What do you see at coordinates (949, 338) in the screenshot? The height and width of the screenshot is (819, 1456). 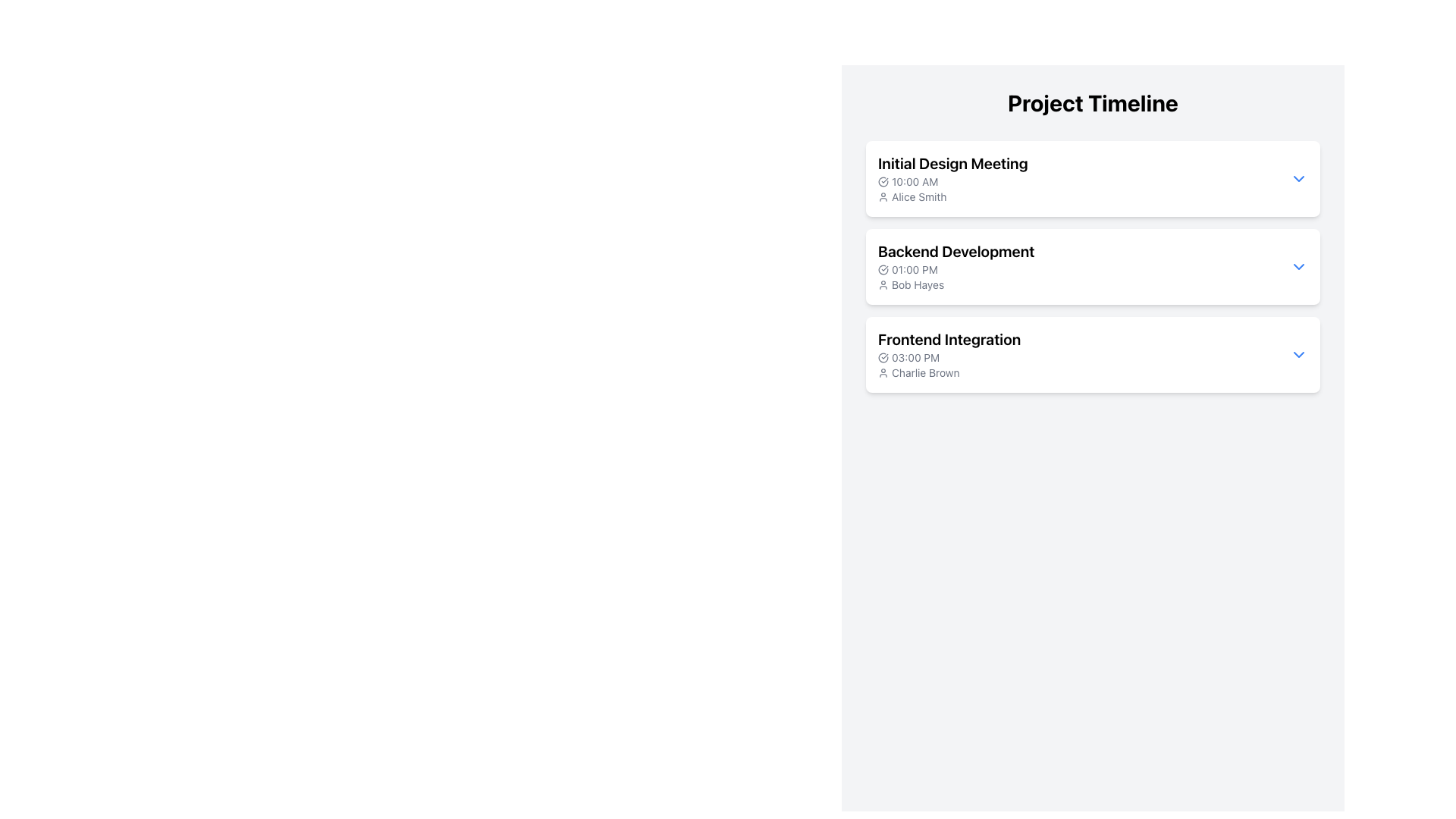 I see `the bold text label 'Frontend Integration' located at the top of the schedule entry card in the timeline` at bounding box center [949, 338].